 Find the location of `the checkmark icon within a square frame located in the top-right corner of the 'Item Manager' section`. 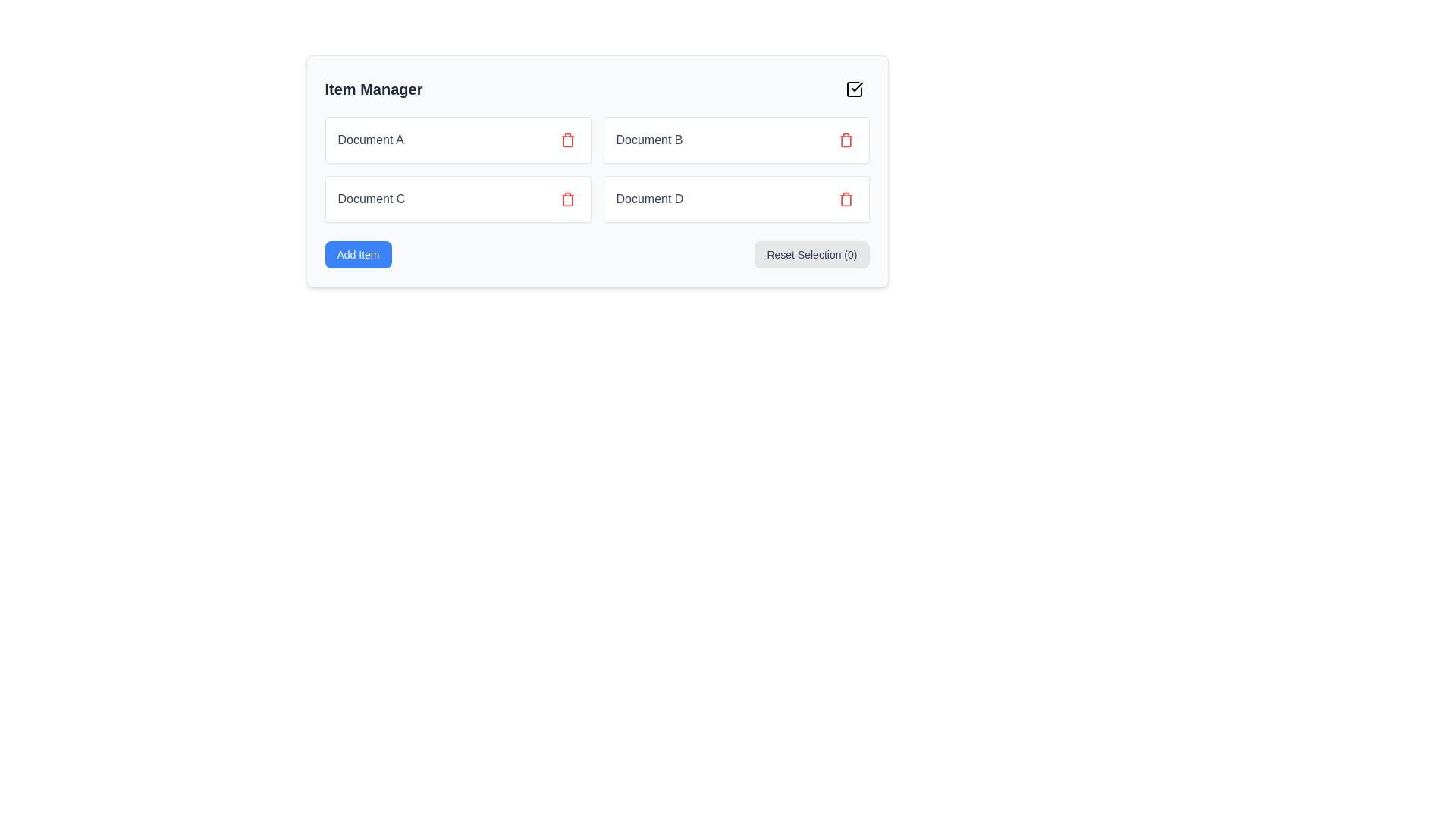

the checkmark icon within a square frame located in the top-right corner of the 'Item Manager' section is located at coordinates (856, 87).